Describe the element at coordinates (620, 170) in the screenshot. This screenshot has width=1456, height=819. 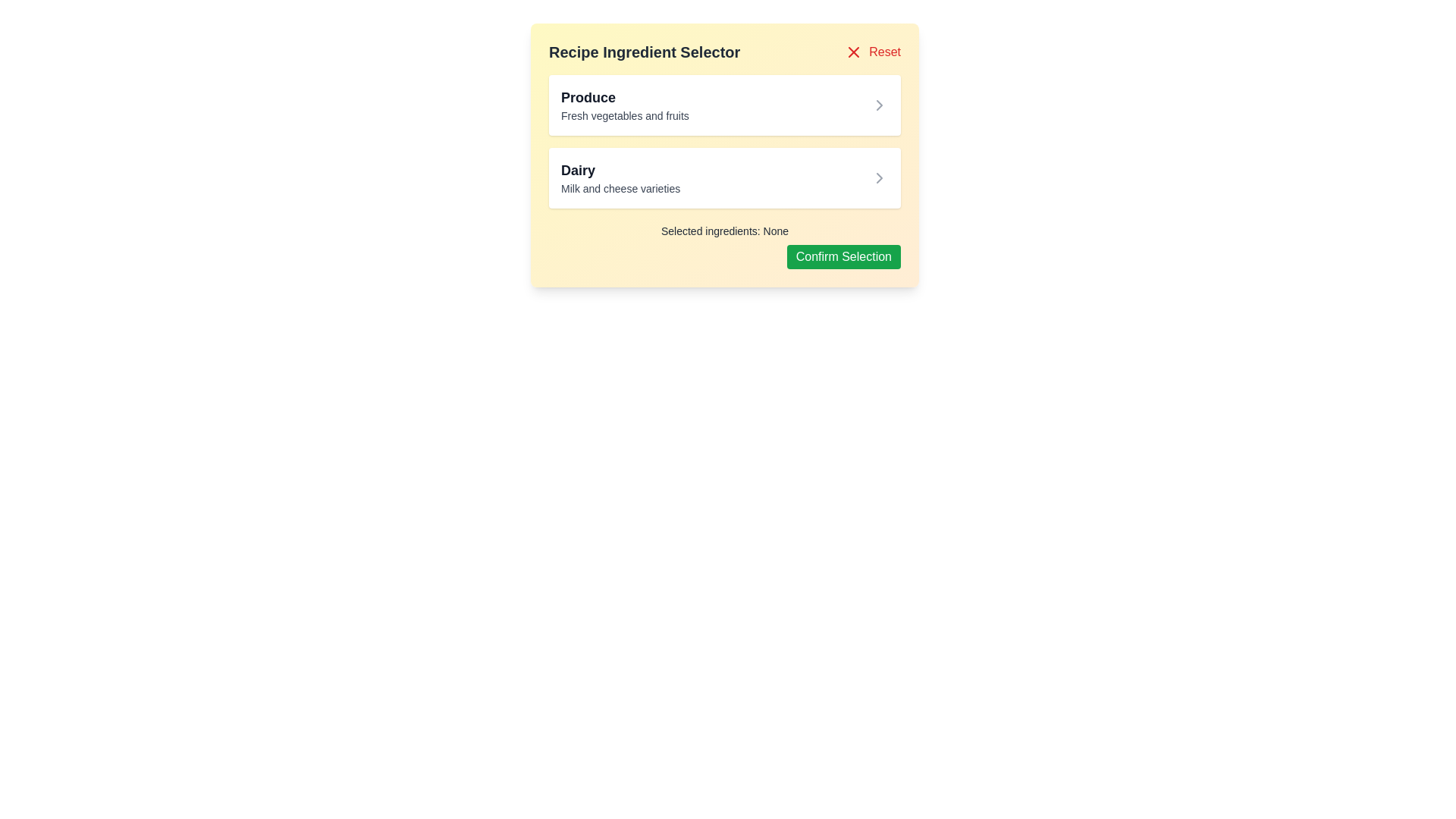
I see `the label element that serves as the title for the 'Recipe Ingredient Selector' section` at that location.